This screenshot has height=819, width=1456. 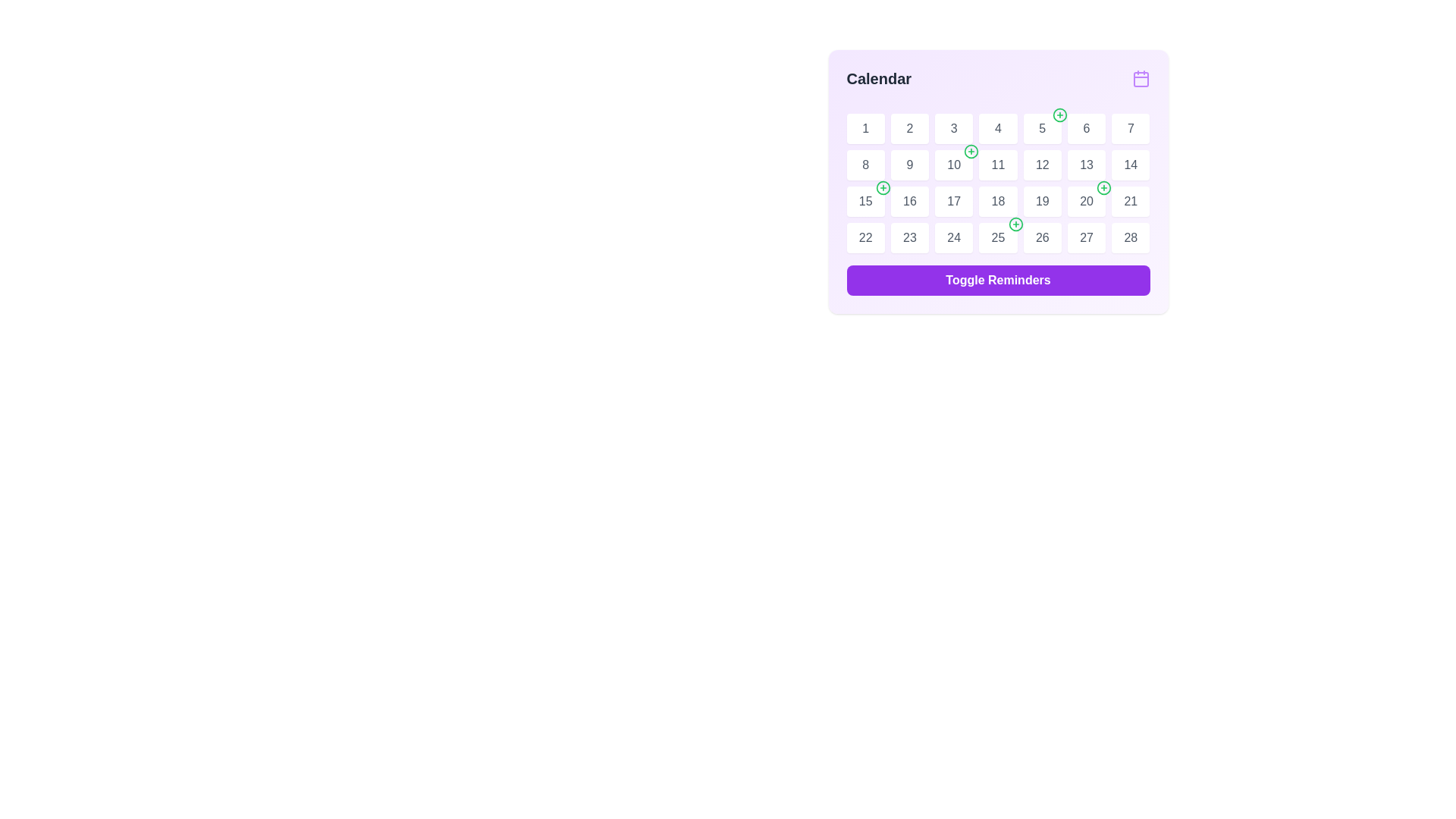 I want to click on the static text display representing the day '16' in the calendar grid located in the 3rd row and 2nd column, so click(x=910, y=201).